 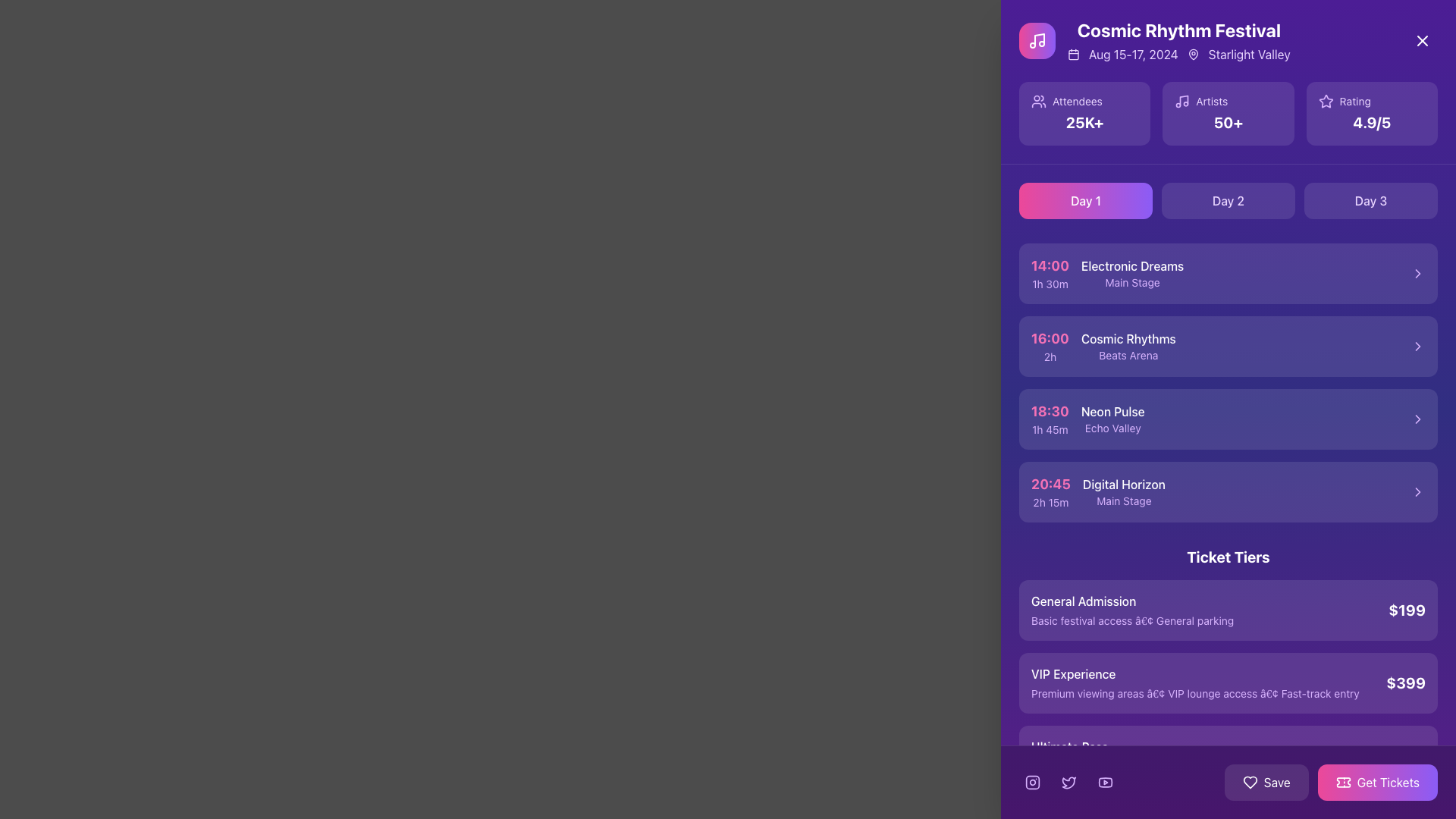 What do you see at coordinates (1050, 503) in the screenshot?
I see `the static text indicating the duration of the event located below the larger timestamp '20:45' within the 'Digital Horizon' event card` at bounding box center [1050, 503].